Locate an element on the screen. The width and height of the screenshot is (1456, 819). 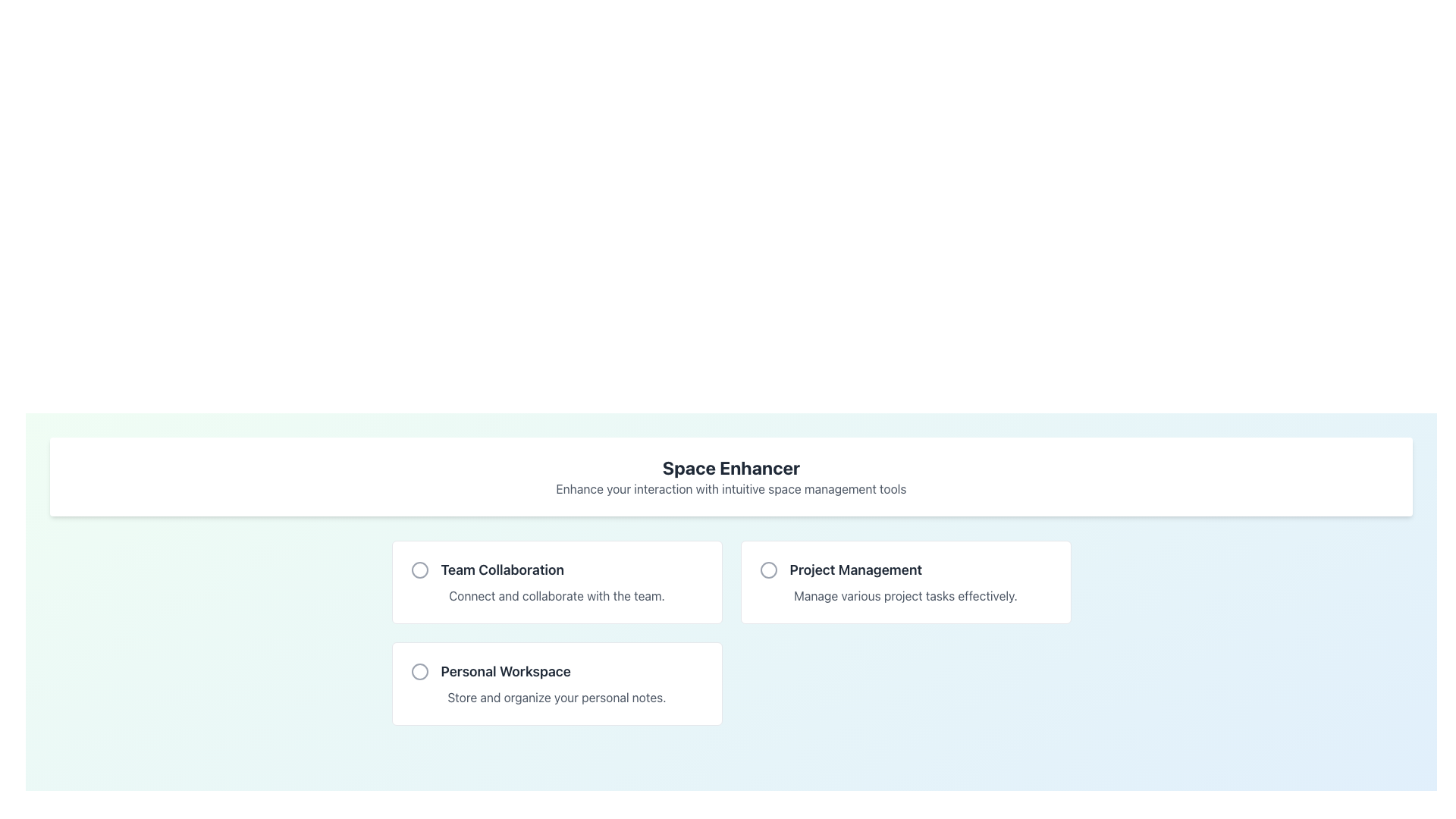
the 'Personal Workspace' card, which is the third card in a grid layout is located at coordinates (556, 684).